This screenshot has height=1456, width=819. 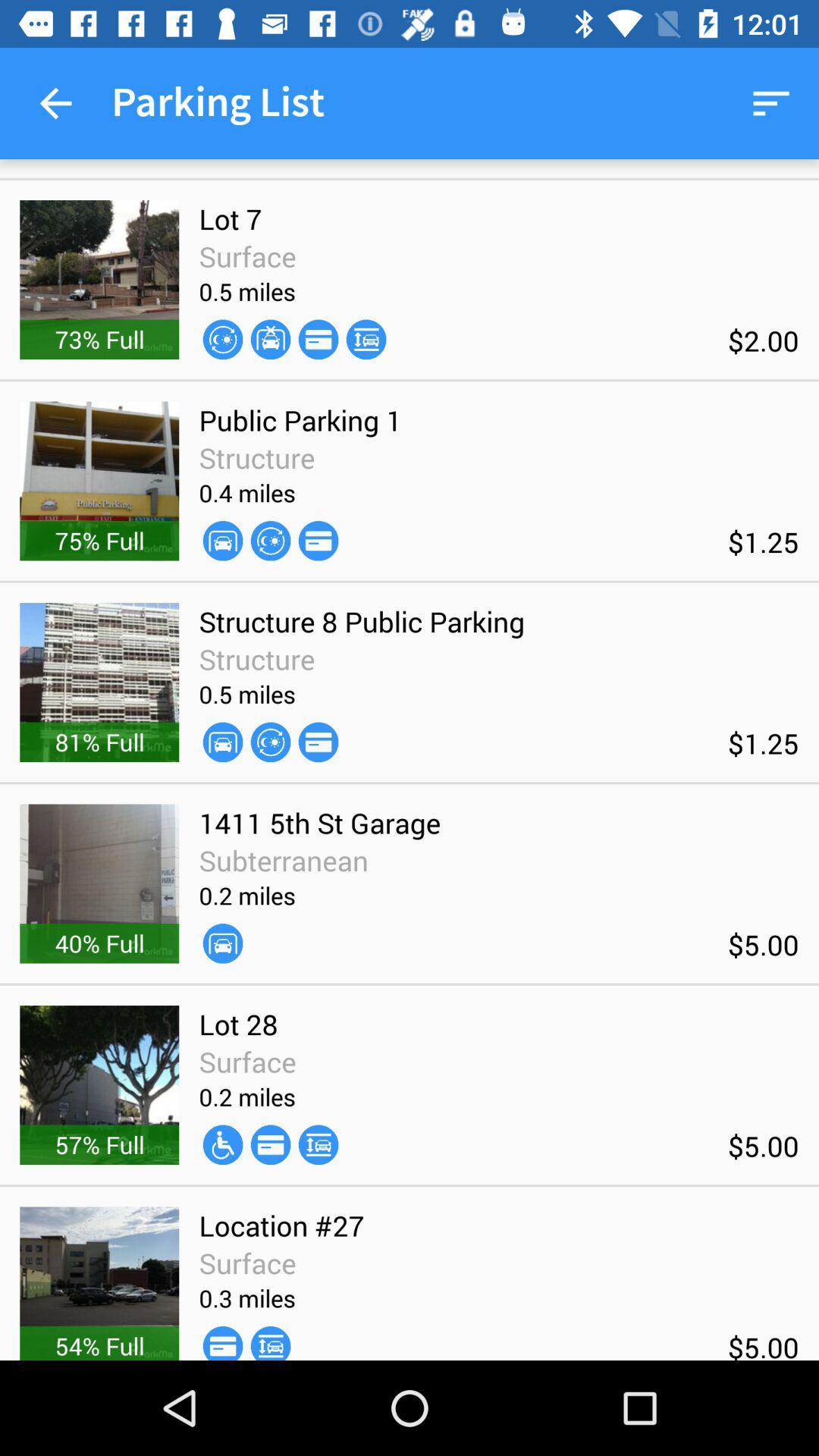 What do you see at coordinates (270, 1144) in the screenshot?
I see `the item below 0.2 miles icon` at bounding box center [270, 1144].